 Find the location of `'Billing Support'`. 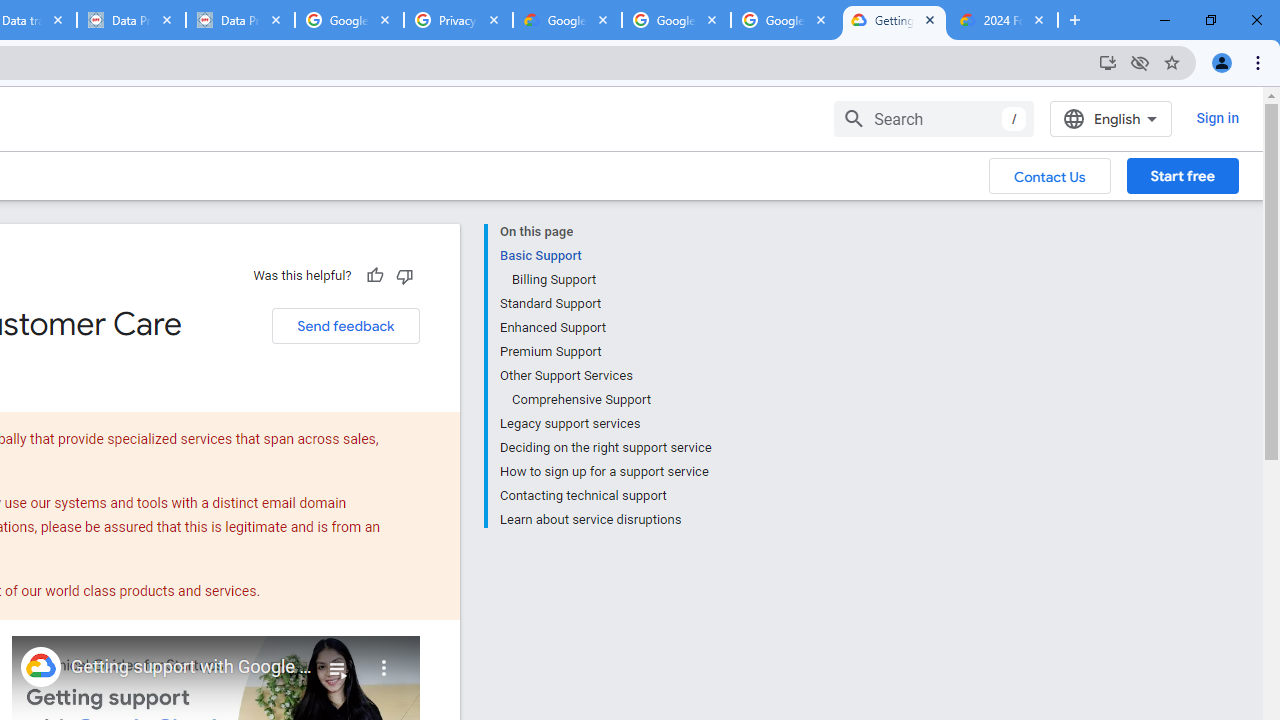

'Billing Support' is located at coordinates (610, 280).